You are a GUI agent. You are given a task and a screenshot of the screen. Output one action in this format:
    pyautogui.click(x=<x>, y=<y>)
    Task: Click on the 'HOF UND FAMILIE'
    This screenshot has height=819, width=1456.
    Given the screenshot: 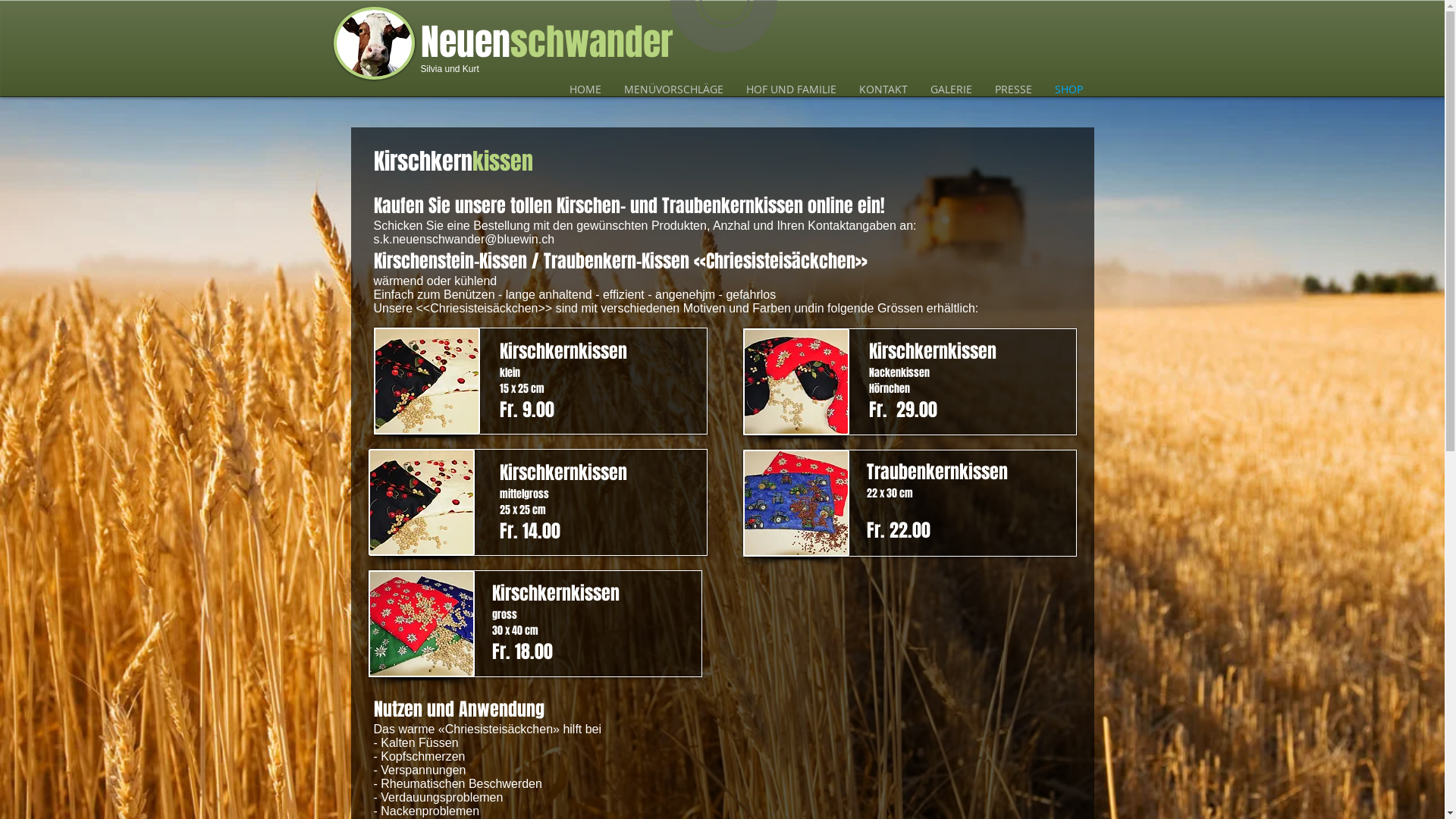 What is the action you would take?
    pyautogui.click(x=789, y=89)
    